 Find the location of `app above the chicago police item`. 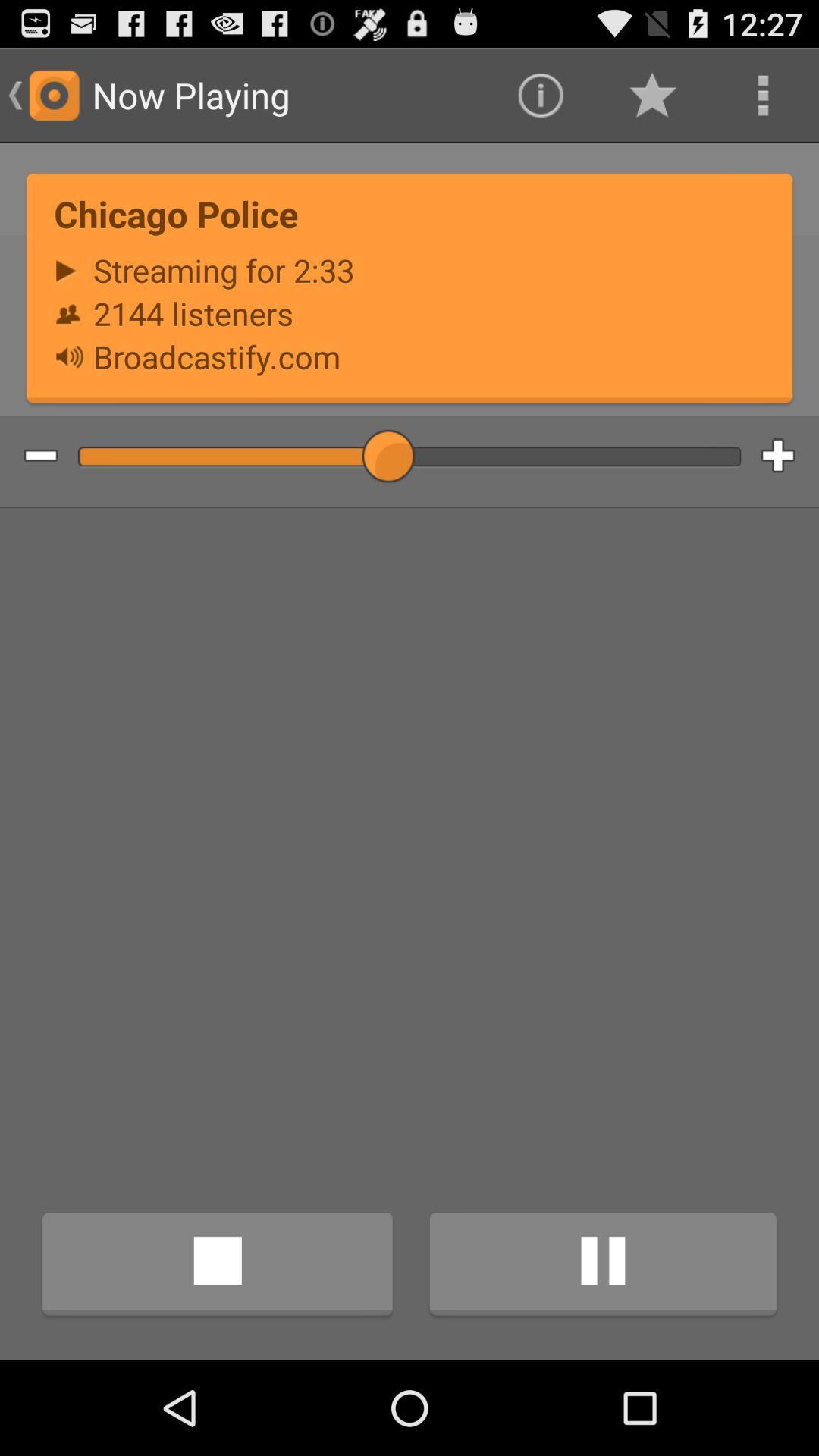

app above the chicago police item is located at coordinates (539, 94).